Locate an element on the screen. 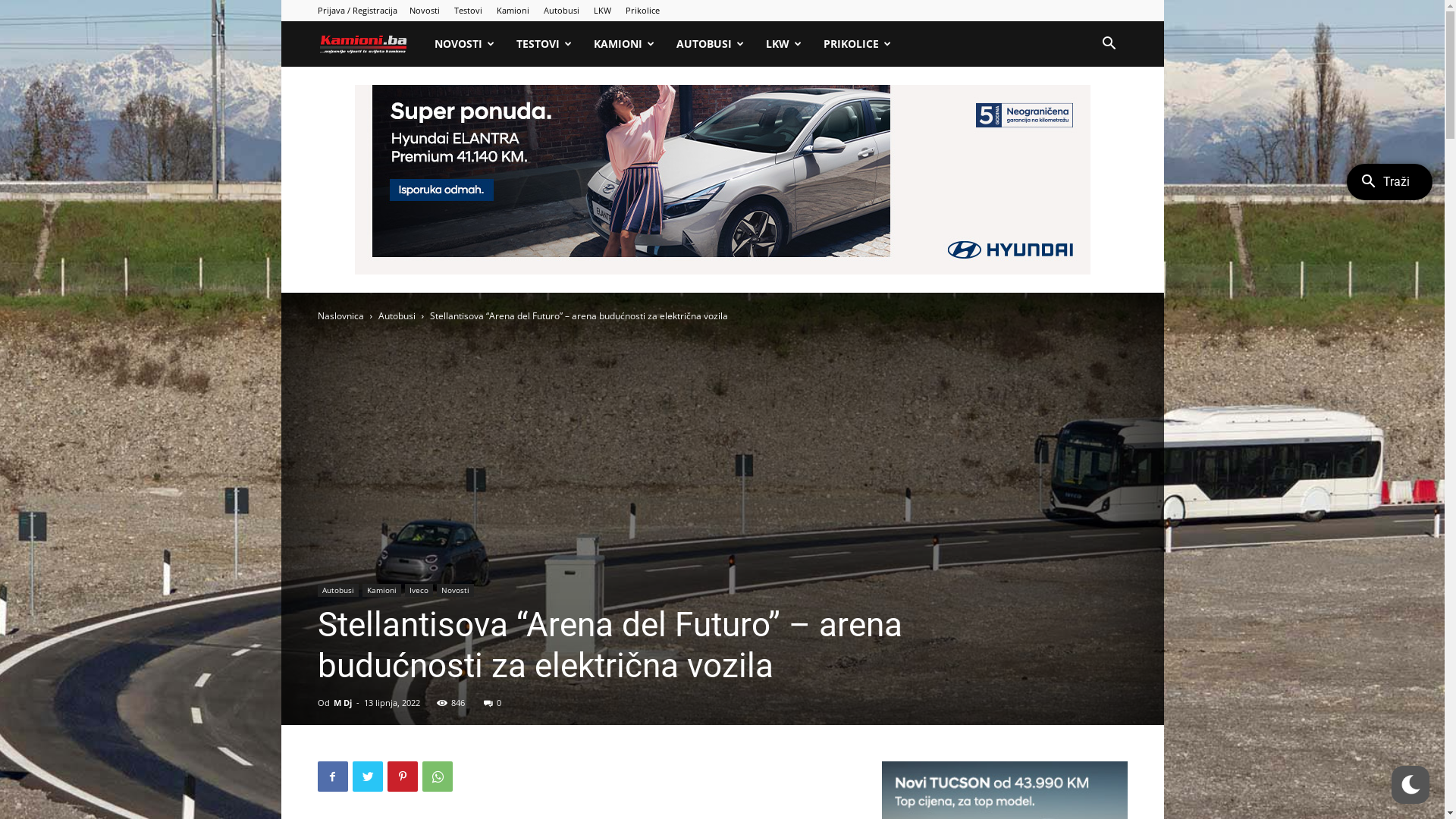  'Pinterest' is located at coordinates (401, 776).